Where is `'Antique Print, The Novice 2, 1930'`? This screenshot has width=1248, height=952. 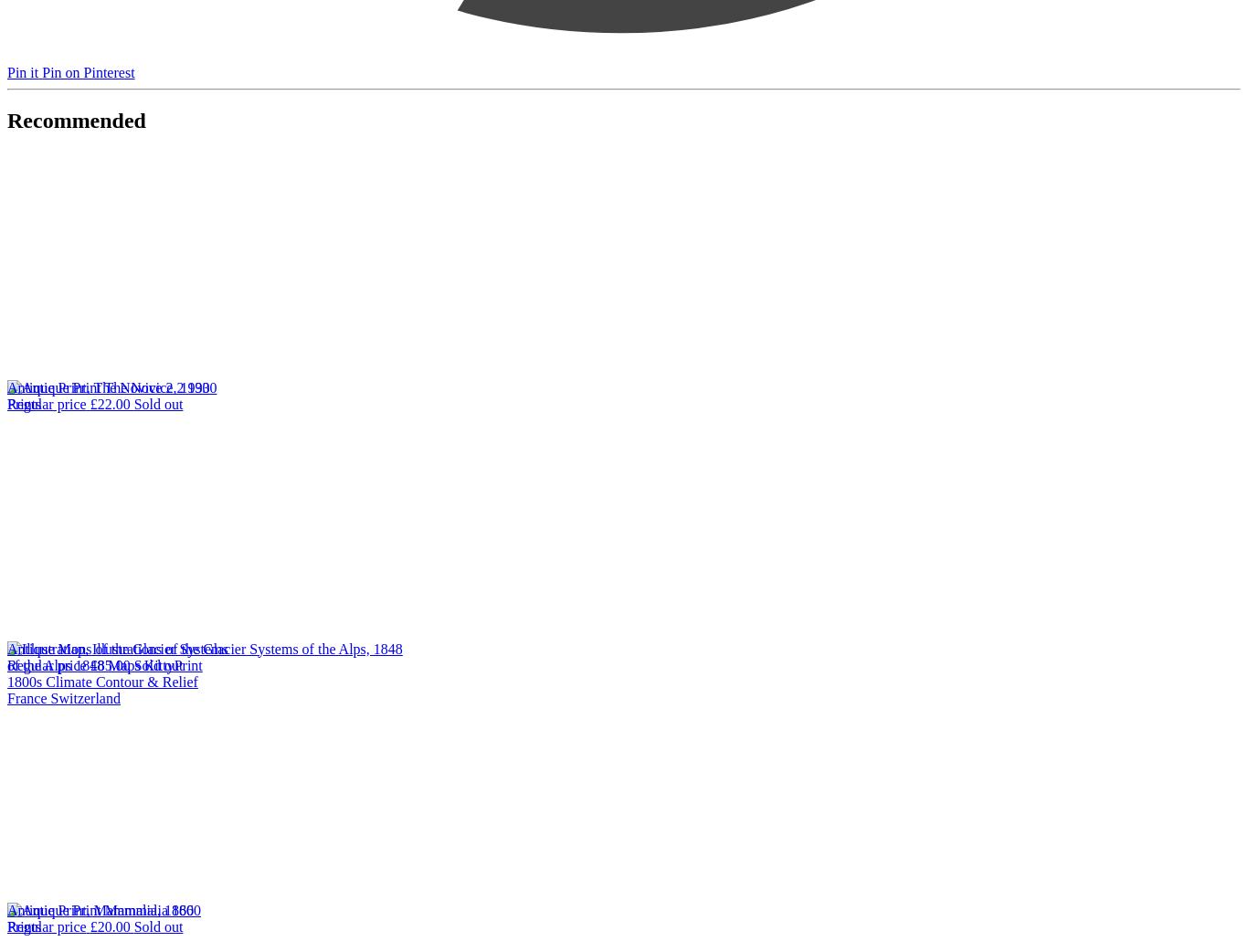 'Antique Print, The Novice 2, 1930' is located at coordinates (107, 386).